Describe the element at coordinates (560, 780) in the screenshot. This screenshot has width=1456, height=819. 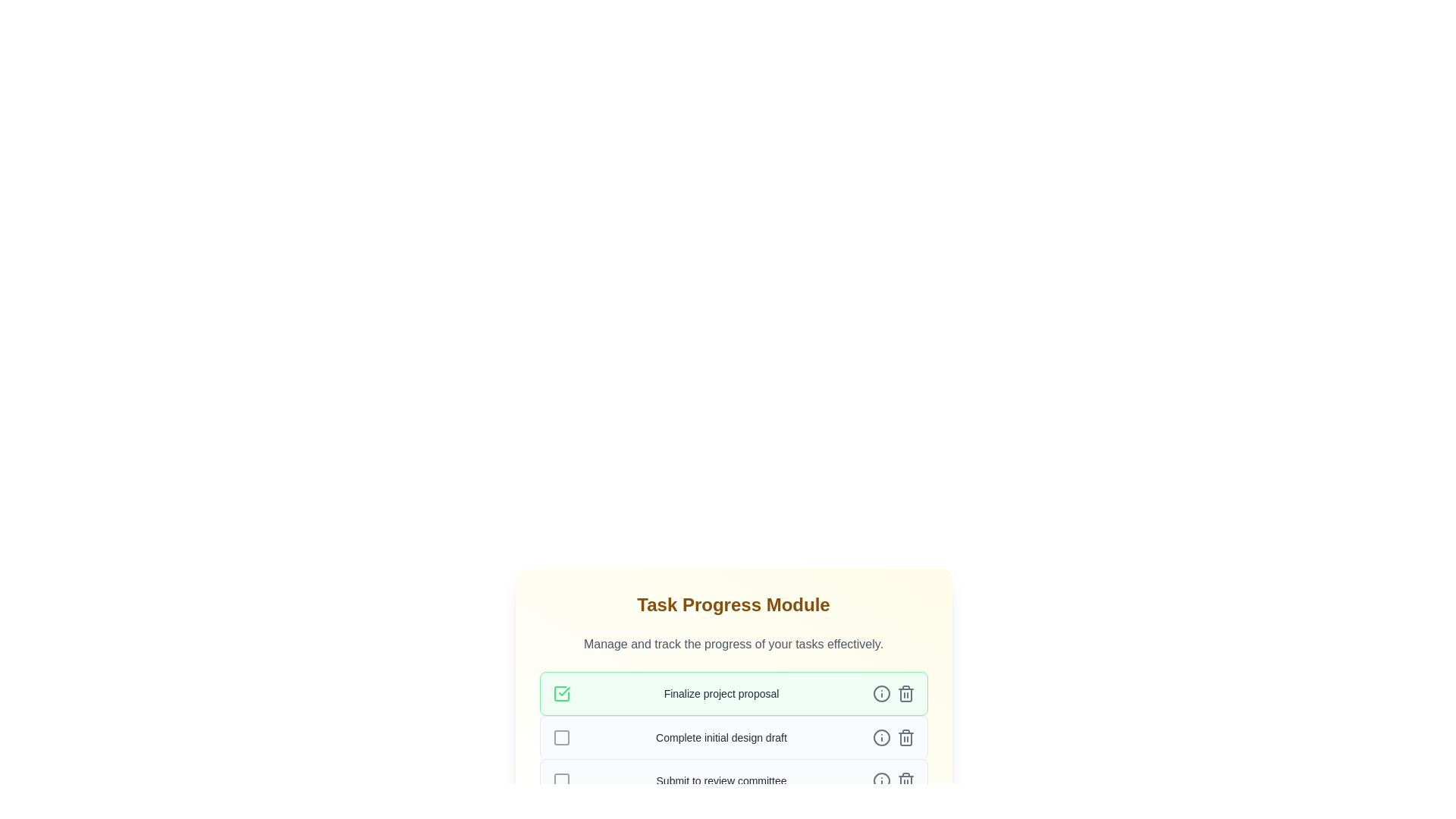
I see `the checkbox located to the left of the 'Submit to review committee' task in the vertical task list` at that location.